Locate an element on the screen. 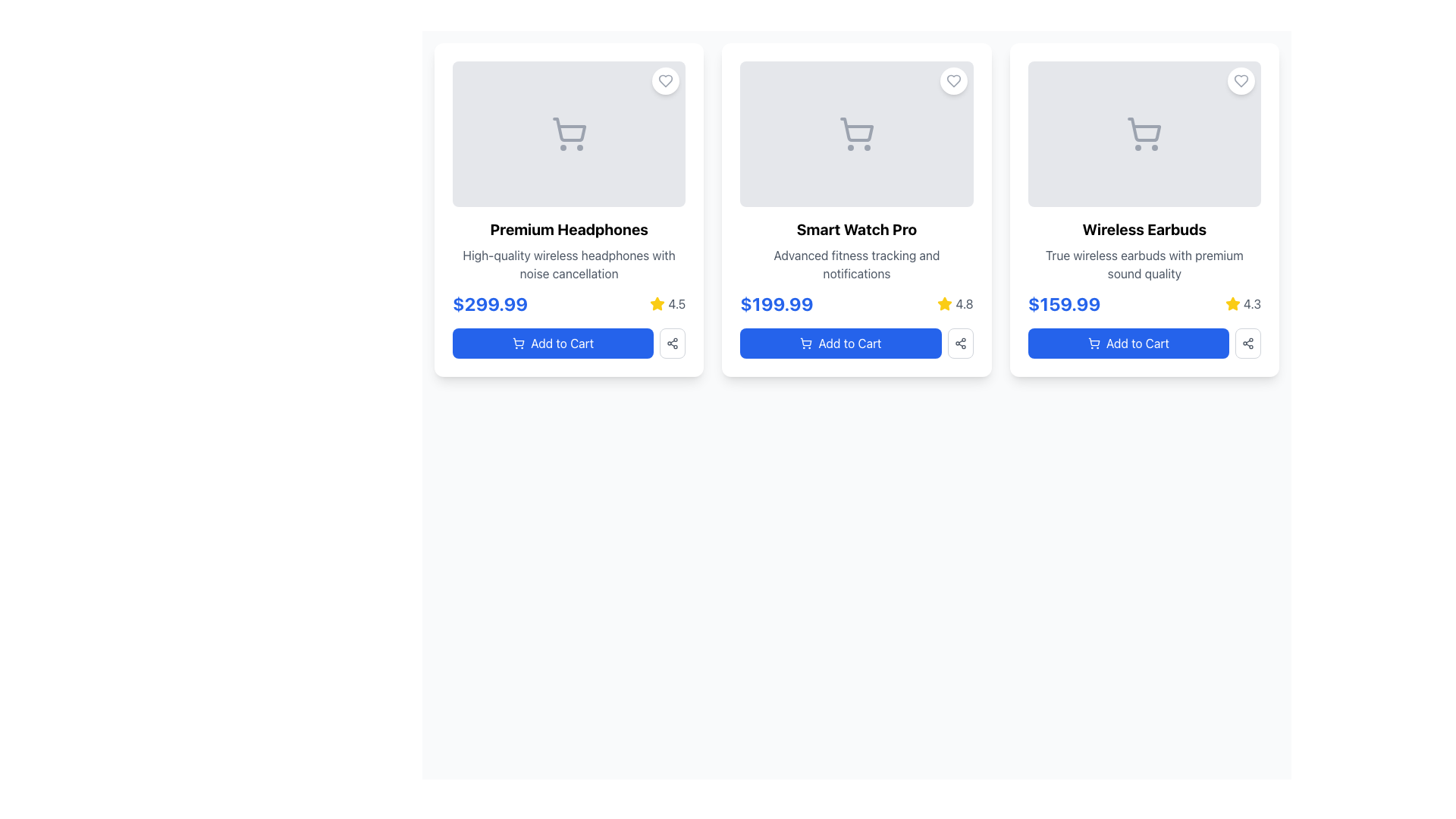 Image resolution: width=1456 pixels, height=819 pixels. the Rating display for the product 'Wireless Earbuds', which visually combines a star icon and numerical value, located next to the price '$159.99' and above the 'Add to Cart' button is located at coordinates (1243, 304).